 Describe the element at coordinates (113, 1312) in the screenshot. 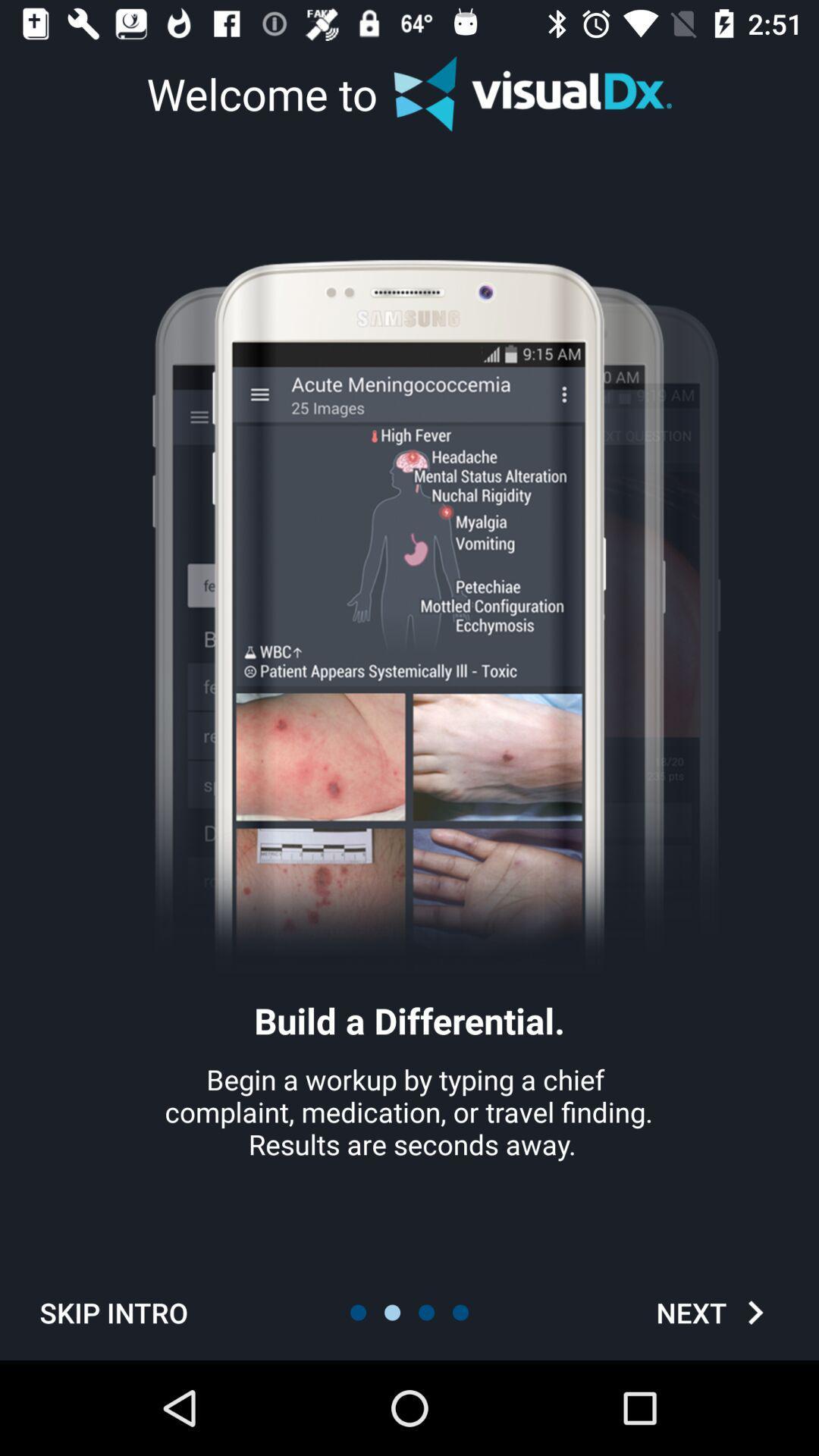

I see `the icon at the bottom left corner` at that location.